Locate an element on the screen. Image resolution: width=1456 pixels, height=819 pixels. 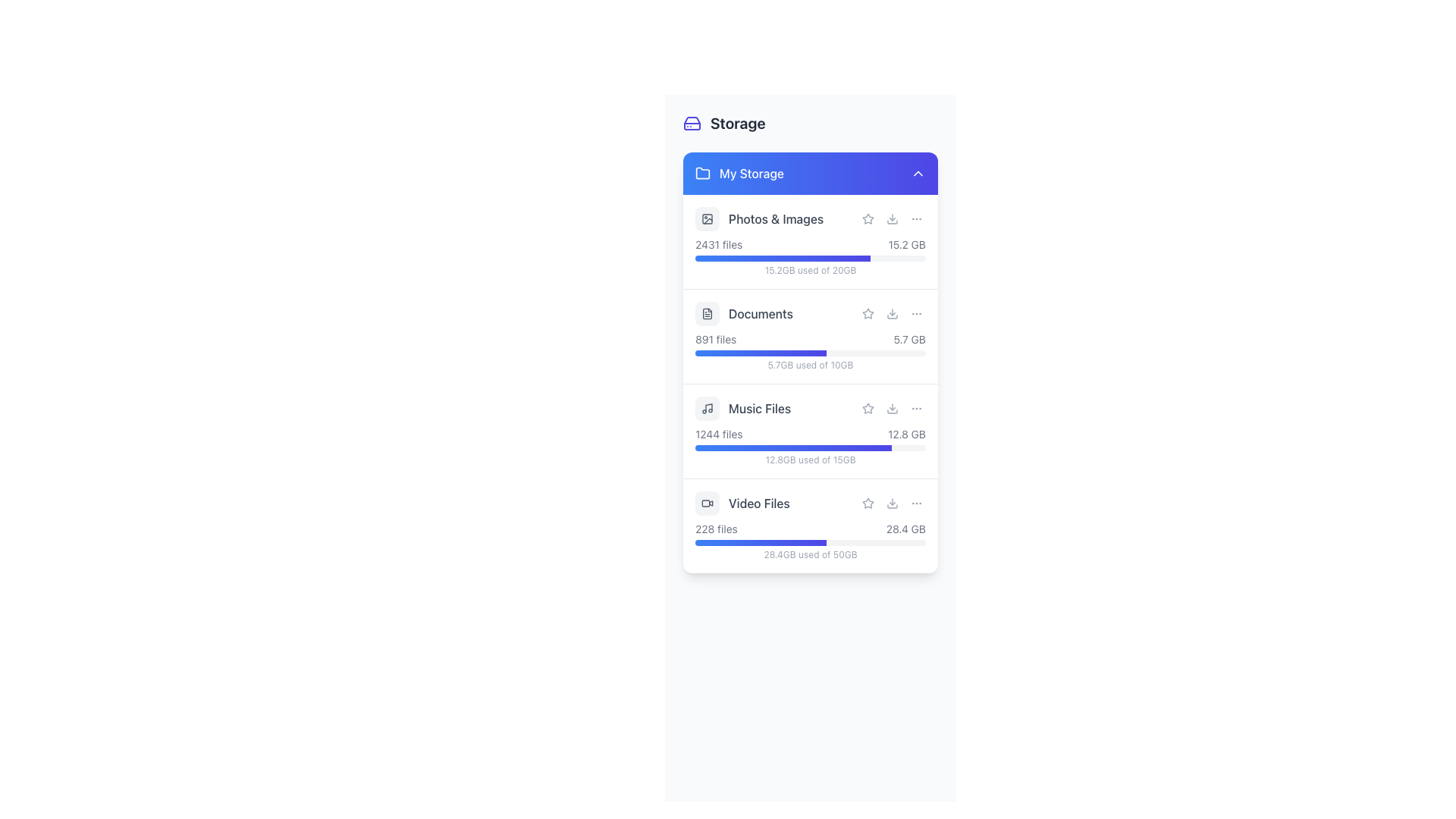
the static text label that indicates the number of files in the 'Music Files' category, which is located on the left section of the row titled 'Music Files', under 'Documents', and above 'Video Files' is located at coordinates (718, 435).